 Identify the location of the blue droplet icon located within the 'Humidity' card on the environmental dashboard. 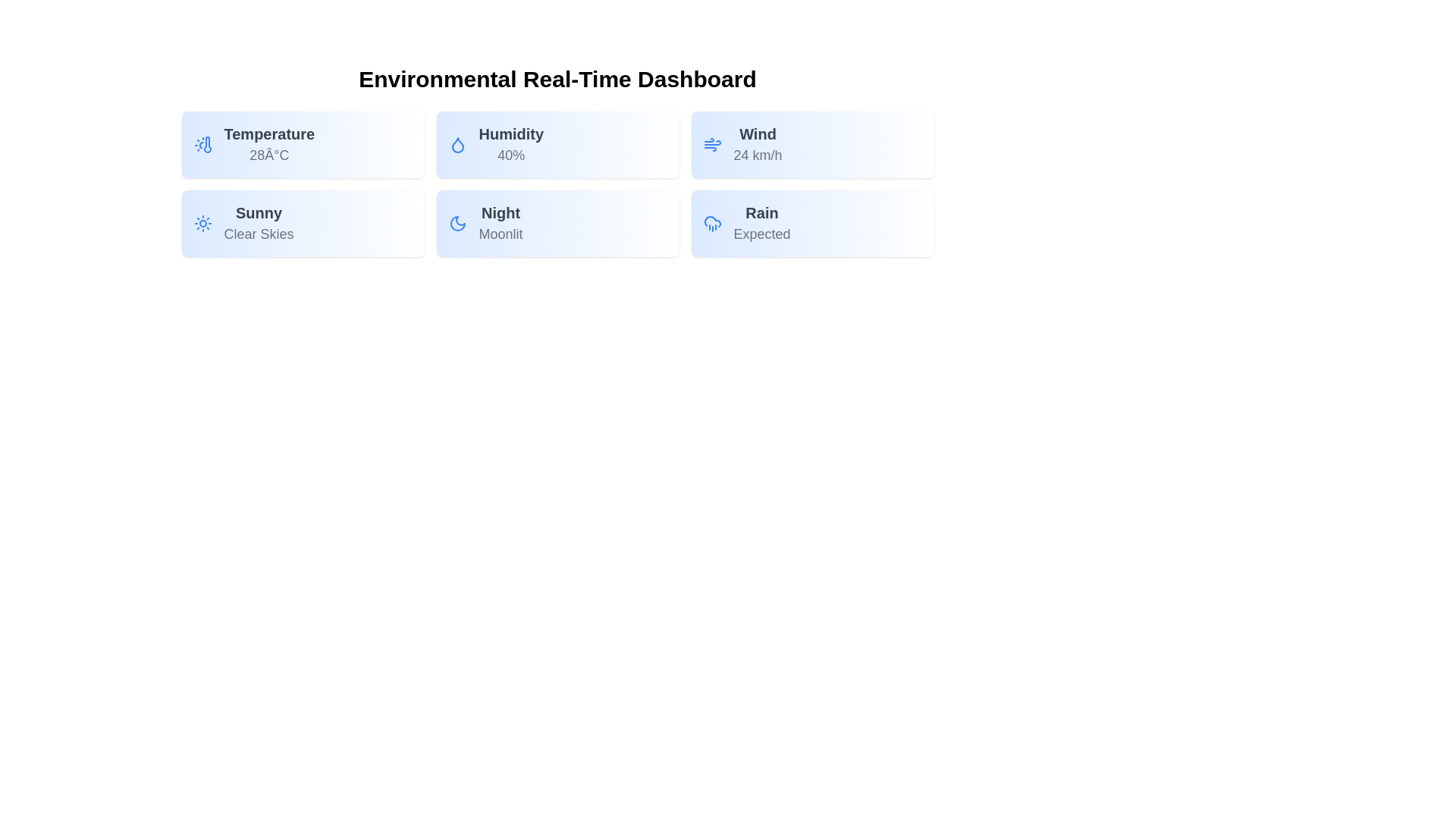
(457, 145).